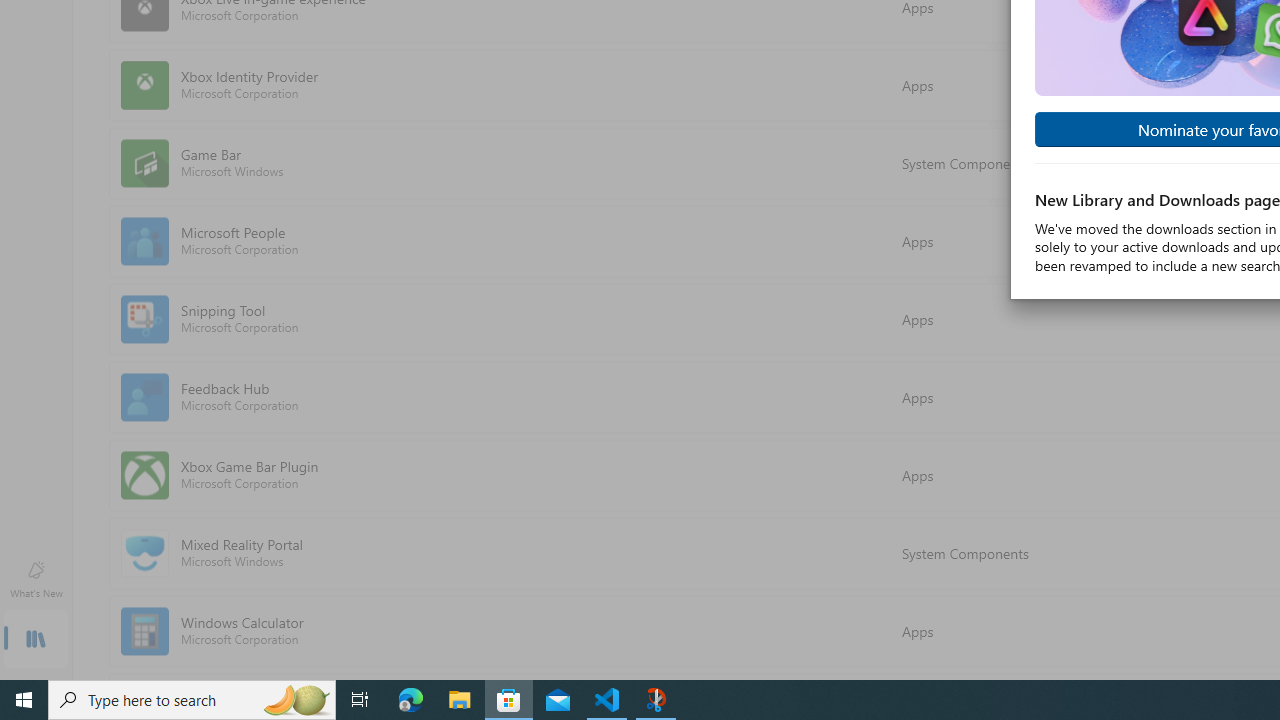  Describe the element at coordinates (35, 640) in the screenshot. I see `'Library'` at that location.